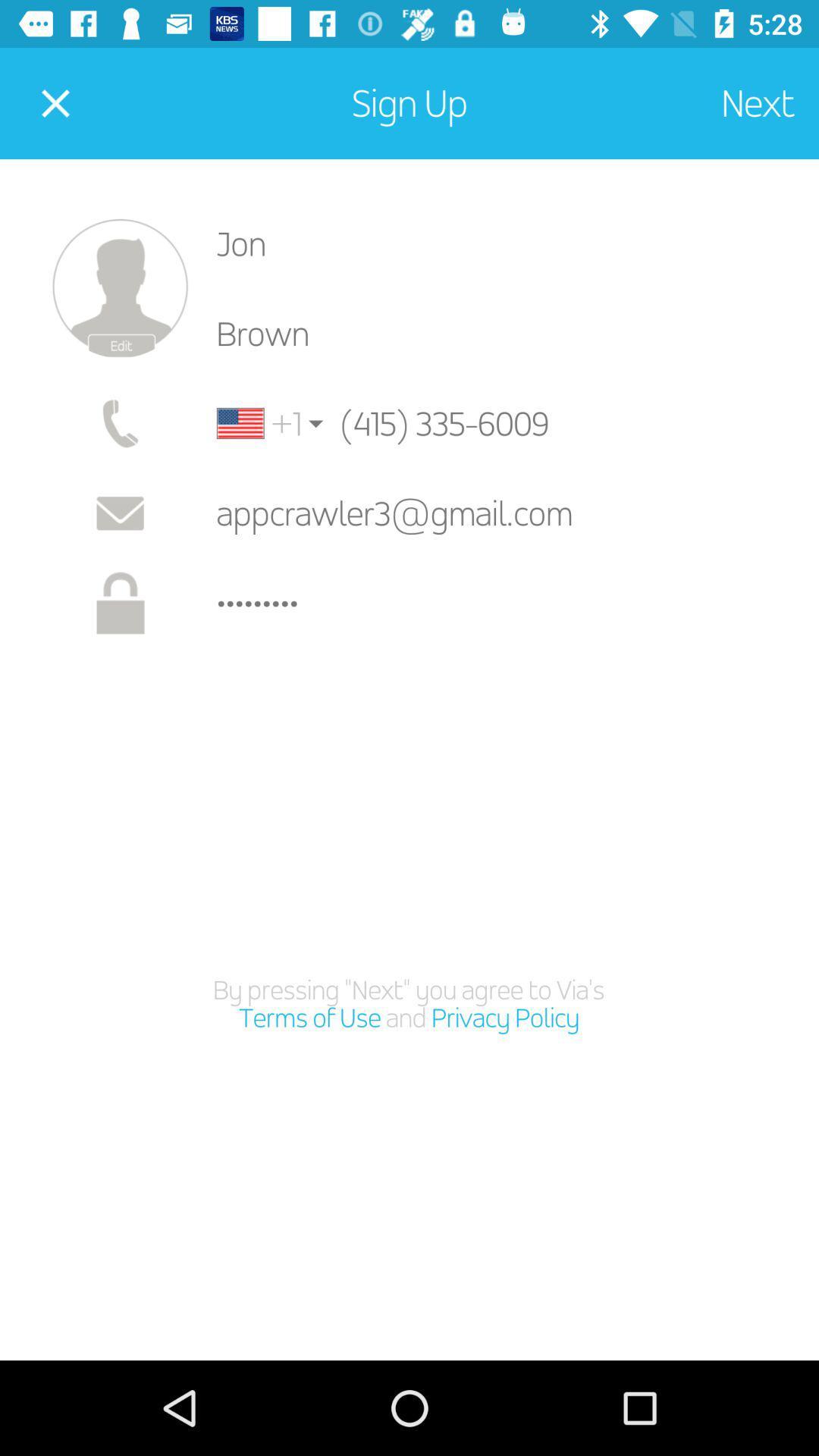 The width and height of the screenshot is (819, 1456). Describe the element at coordinates (119, 288) in the screenshot. I see `the item to the left of the jon item` at that location.